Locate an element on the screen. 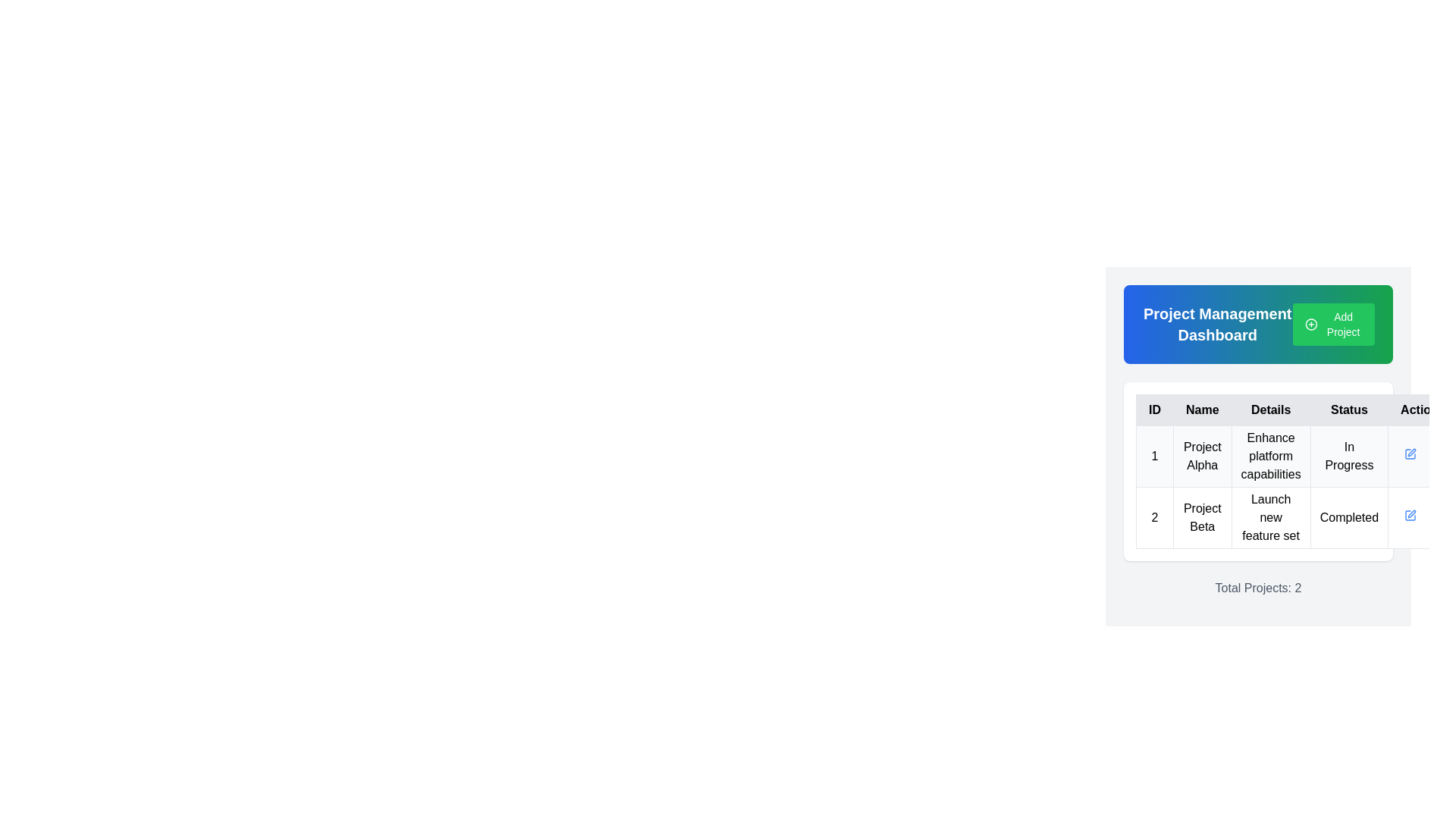  the interactive pencil icon in the Action column of the second row in the project information table to change its color is located at coordinates (1410, 453).